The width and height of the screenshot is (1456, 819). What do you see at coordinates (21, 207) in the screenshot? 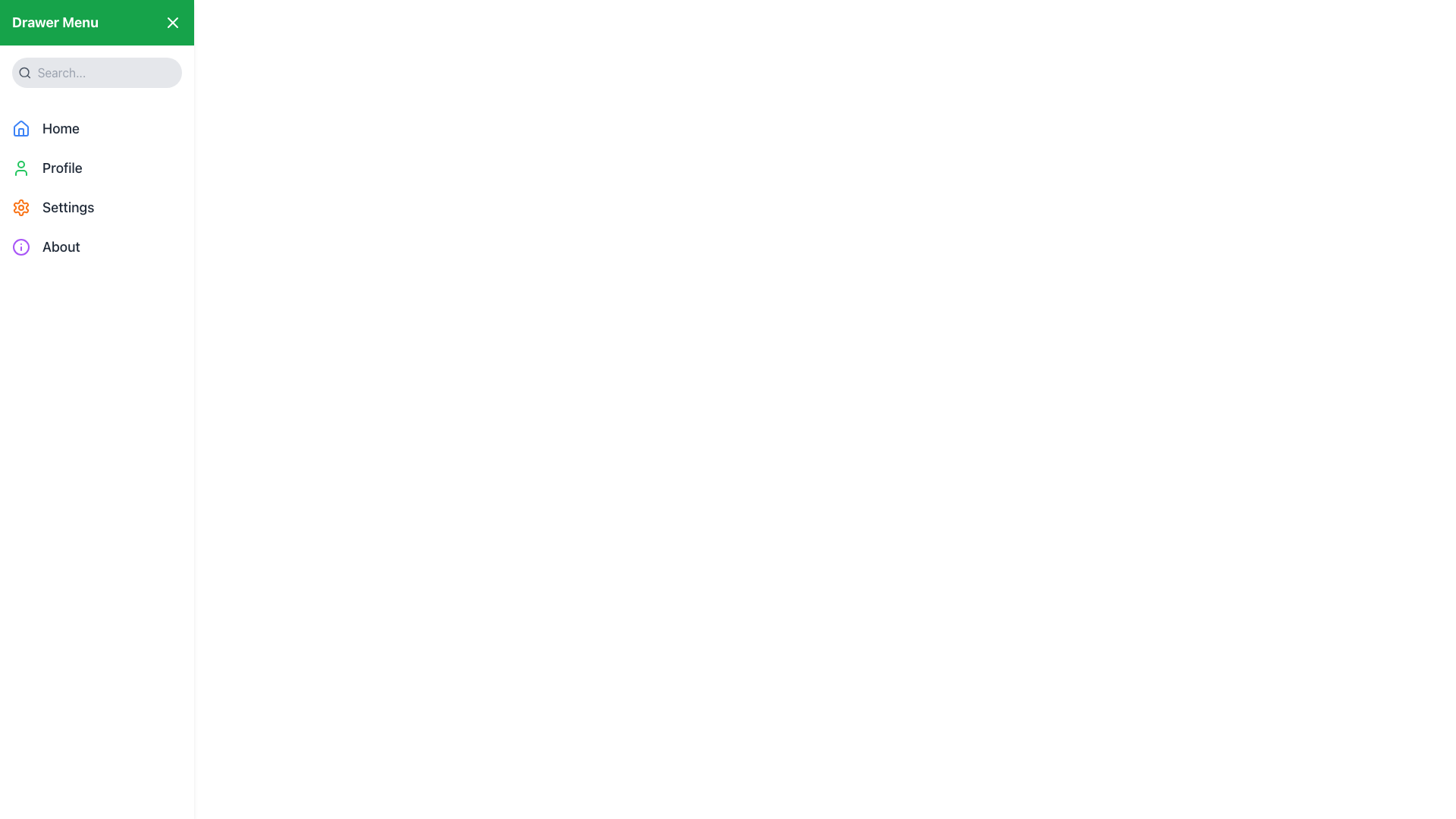
I see `the settings icon, which is a cogwheel located to the left of the 'Settings' label in the vertical menu list` at bounding box center [21, 207].